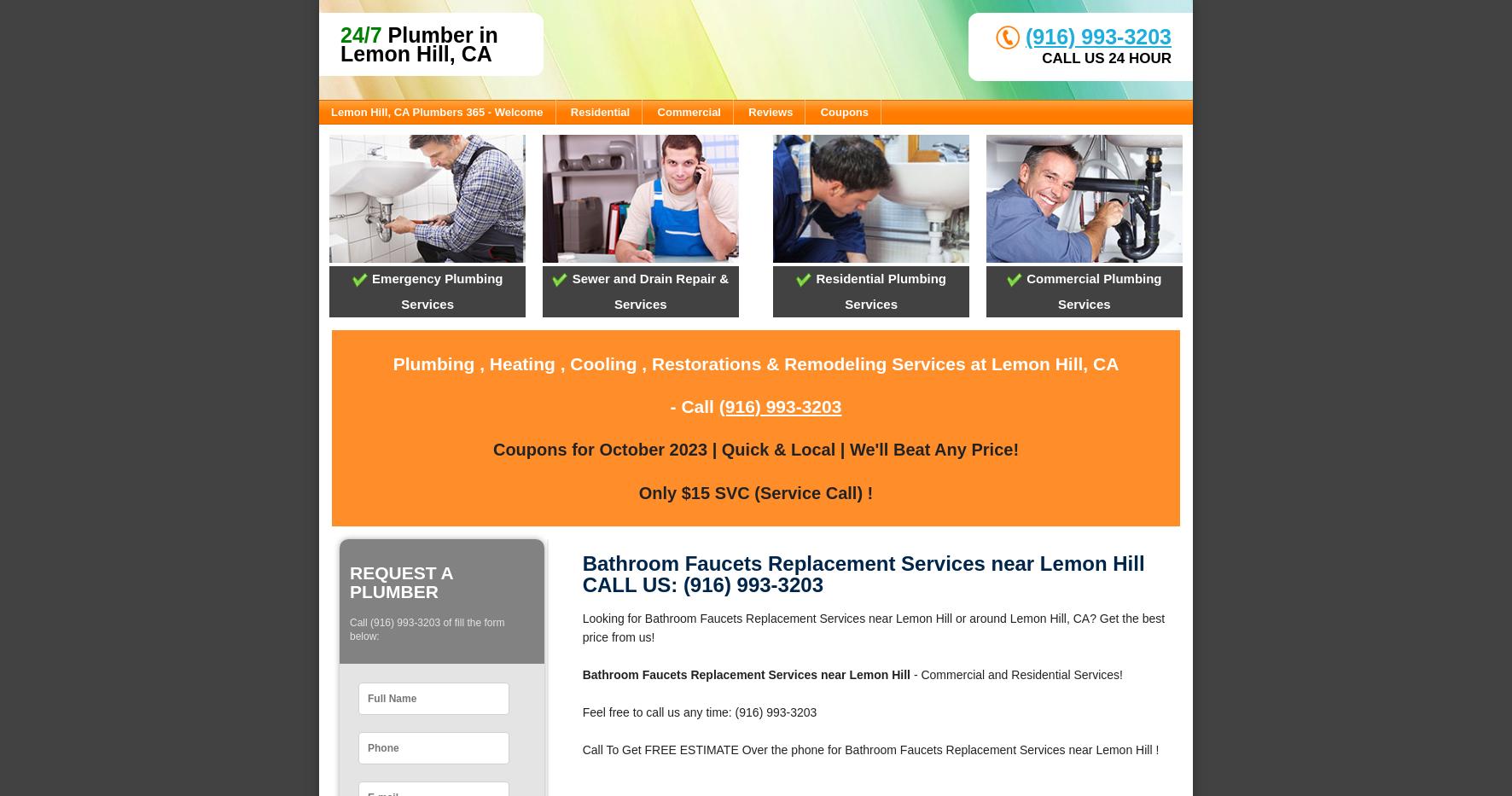 This screenshot has height=796, width=1512. What do you see at coordinates (426, 629) in the screenshot?
I see `'Call (916) 993-3203 of fill the form below:'` at bounding box center [426, 629].